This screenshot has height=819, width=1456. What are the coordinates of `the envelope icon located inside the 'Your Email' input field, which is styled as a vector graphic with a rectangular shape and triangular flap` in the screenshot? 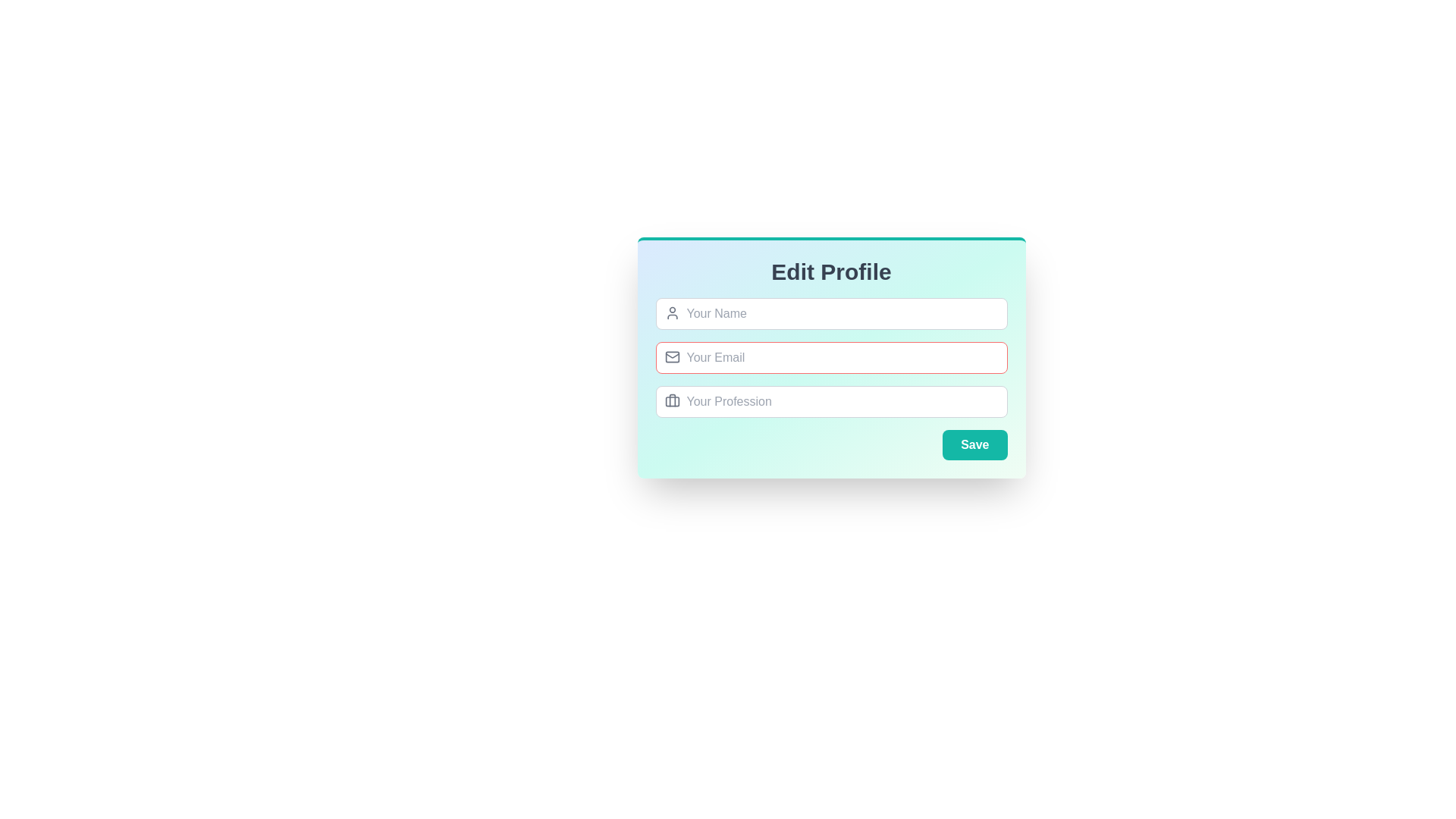 It's located at (671, 356).